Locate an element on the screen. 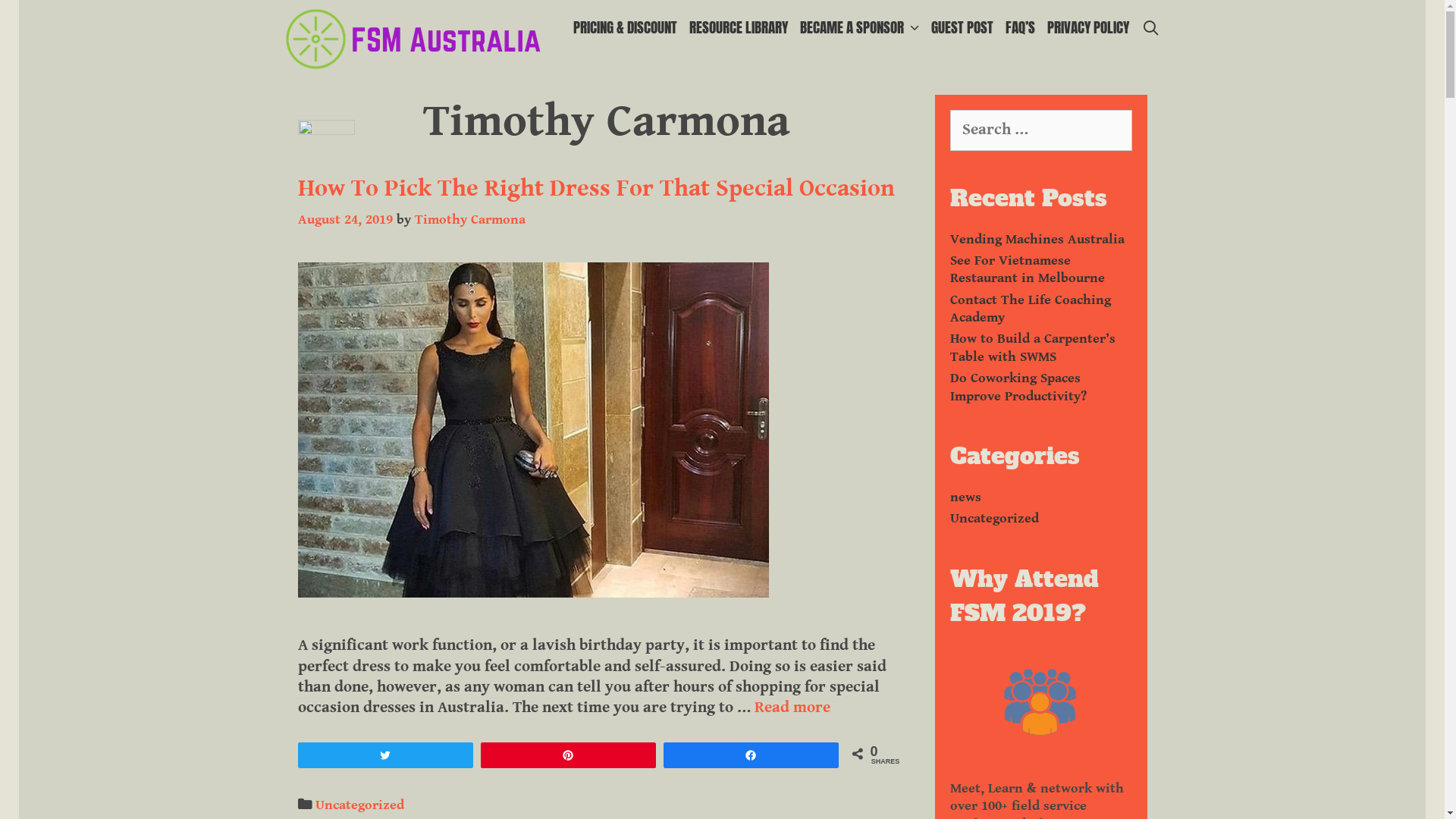  'news' is located at coordinates (964, 497).